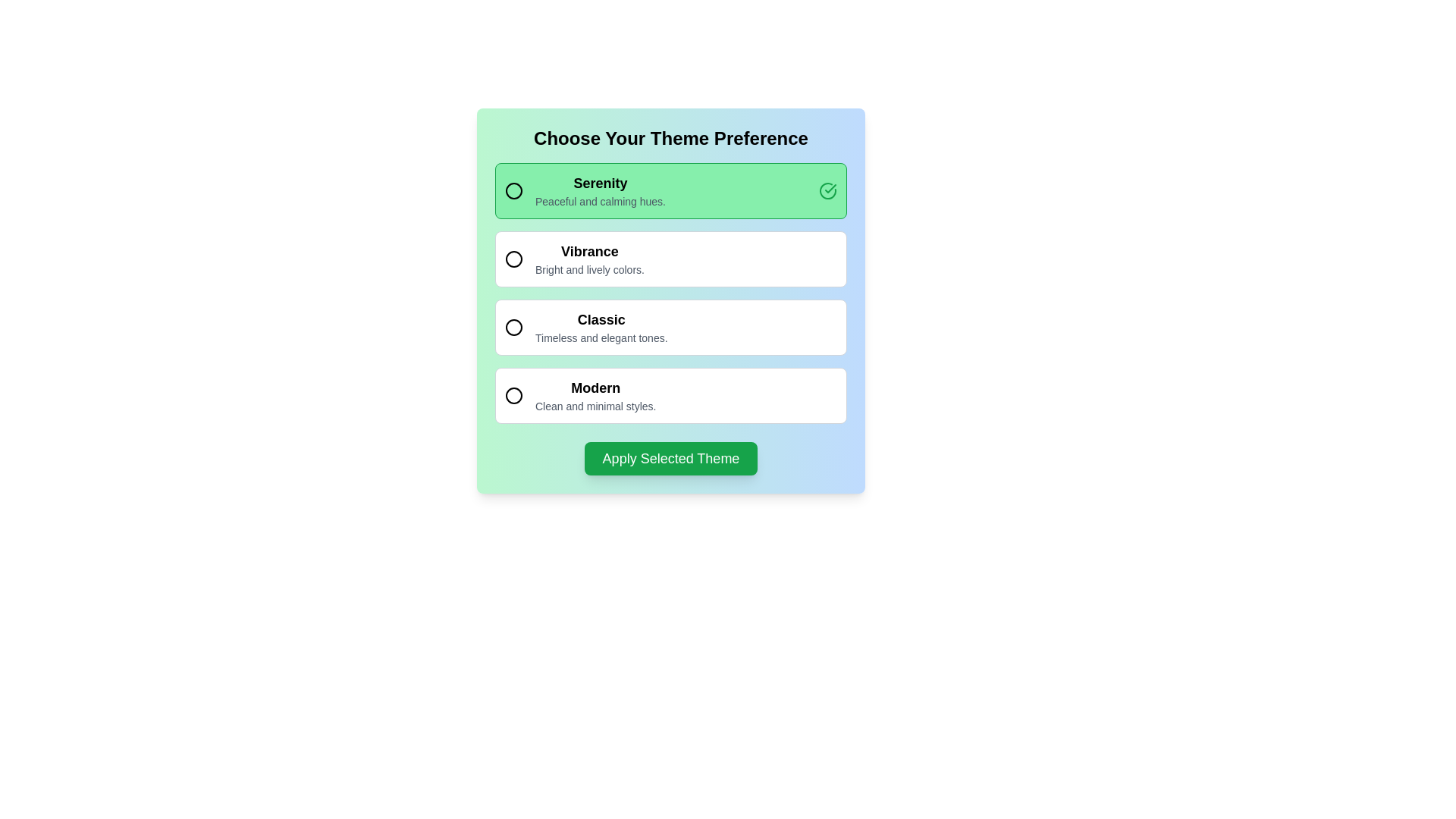 Image resolution: width=1456 pixels, height=819 pixels. I want to click on the center of the circular radio button icon located to the left of the 'Vibrance' label in the second theme selection row, so click(513, 259).